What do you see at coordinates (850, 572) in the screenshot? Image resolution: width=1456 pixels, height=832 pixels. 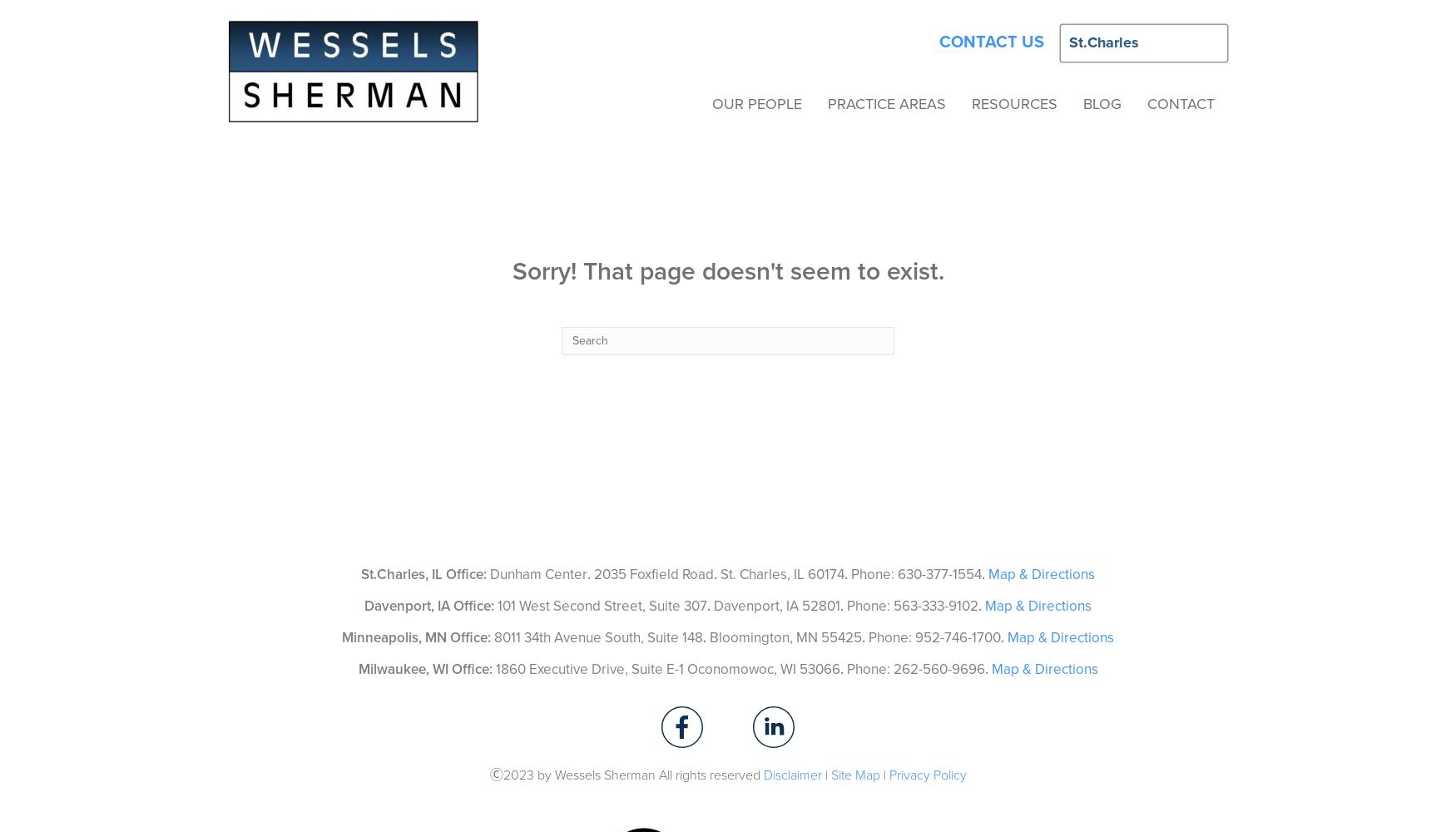 I see `'Phone: 630-377-1554'` at bounding box center [850, 572].